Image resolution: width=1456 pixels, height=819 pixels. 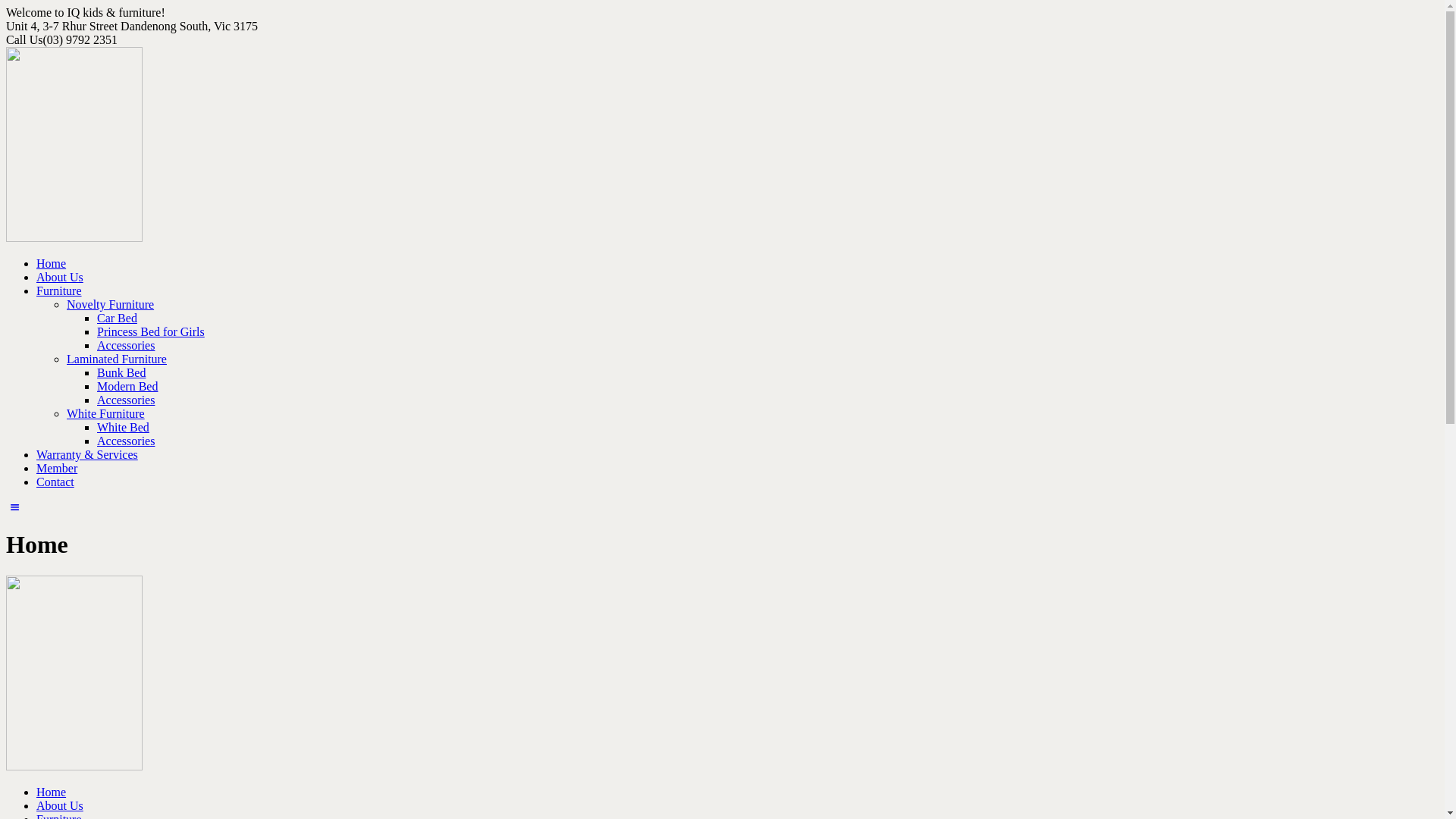 I want to click on 'Laminated Furniture', so click(x=115, y=359).